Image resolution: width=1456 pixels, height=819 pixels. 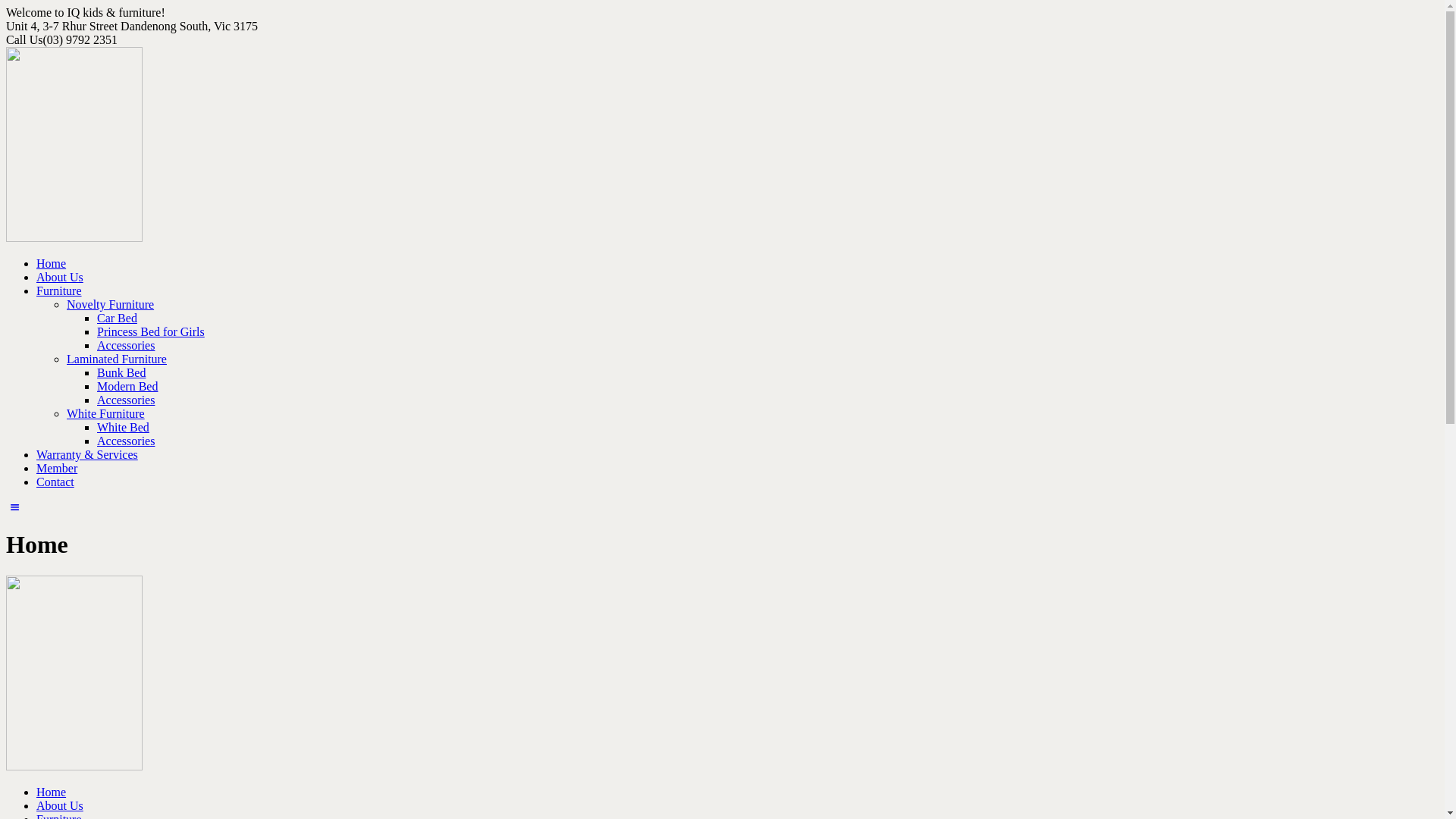 I want to click on 'Laminated Furniture', so click(x=115, y=359).